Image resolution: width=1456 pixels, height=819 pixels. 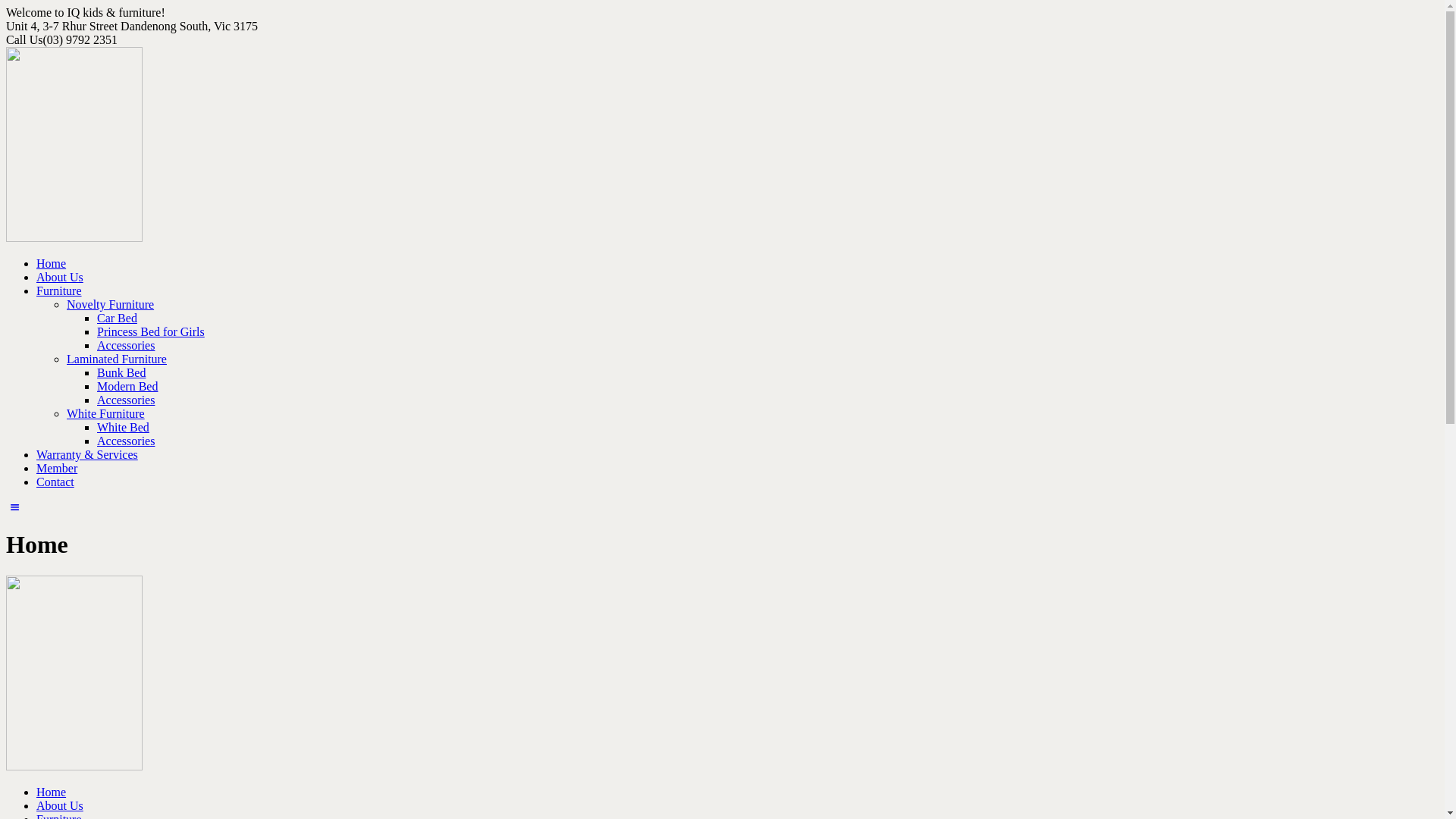 I want to click on 'Laminated Furniture', so click(x=115, y=359).